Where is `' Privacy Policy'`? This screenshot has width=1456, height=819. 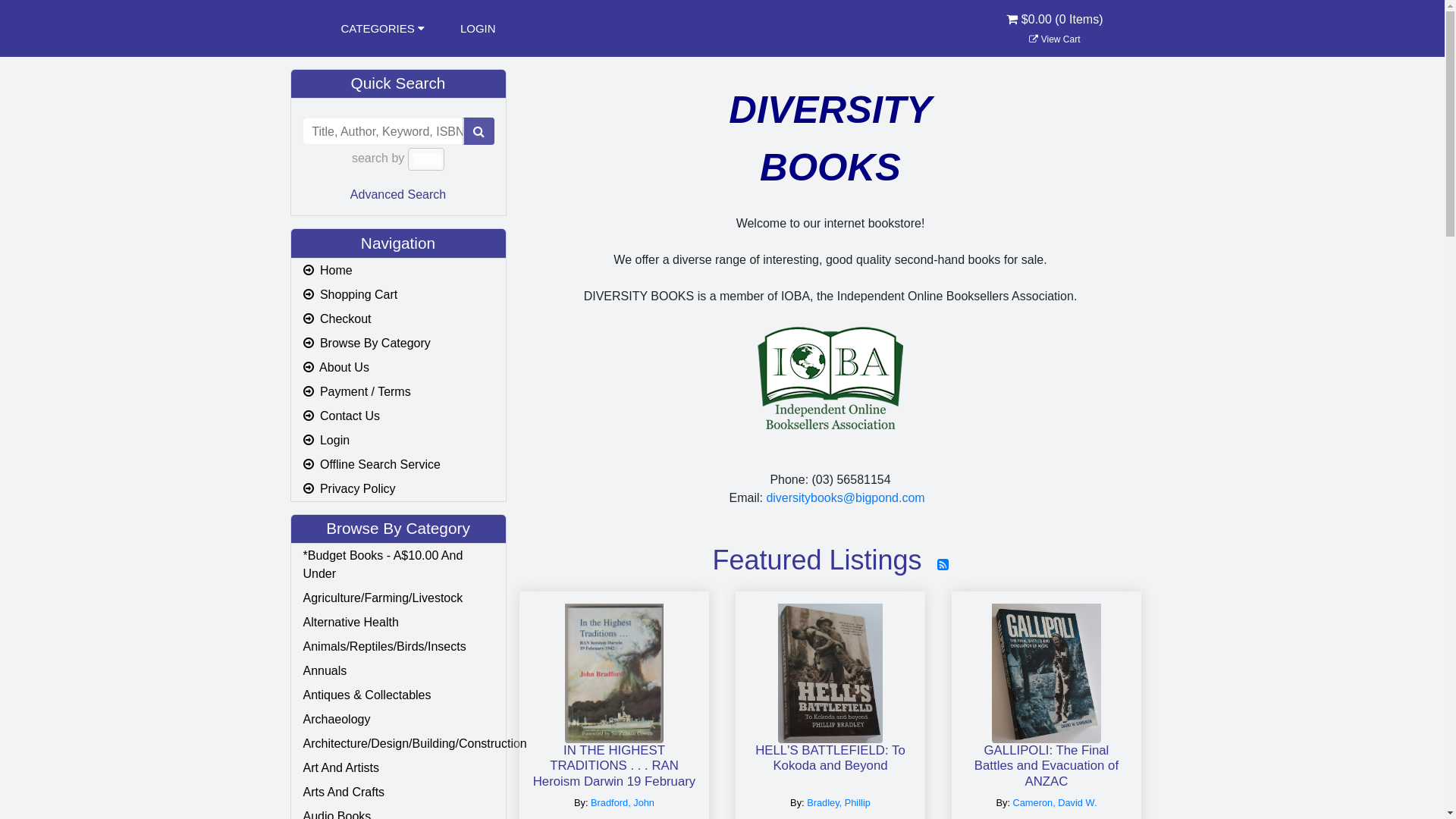
' Privacy Policy' is located at coordinates (398, 488).